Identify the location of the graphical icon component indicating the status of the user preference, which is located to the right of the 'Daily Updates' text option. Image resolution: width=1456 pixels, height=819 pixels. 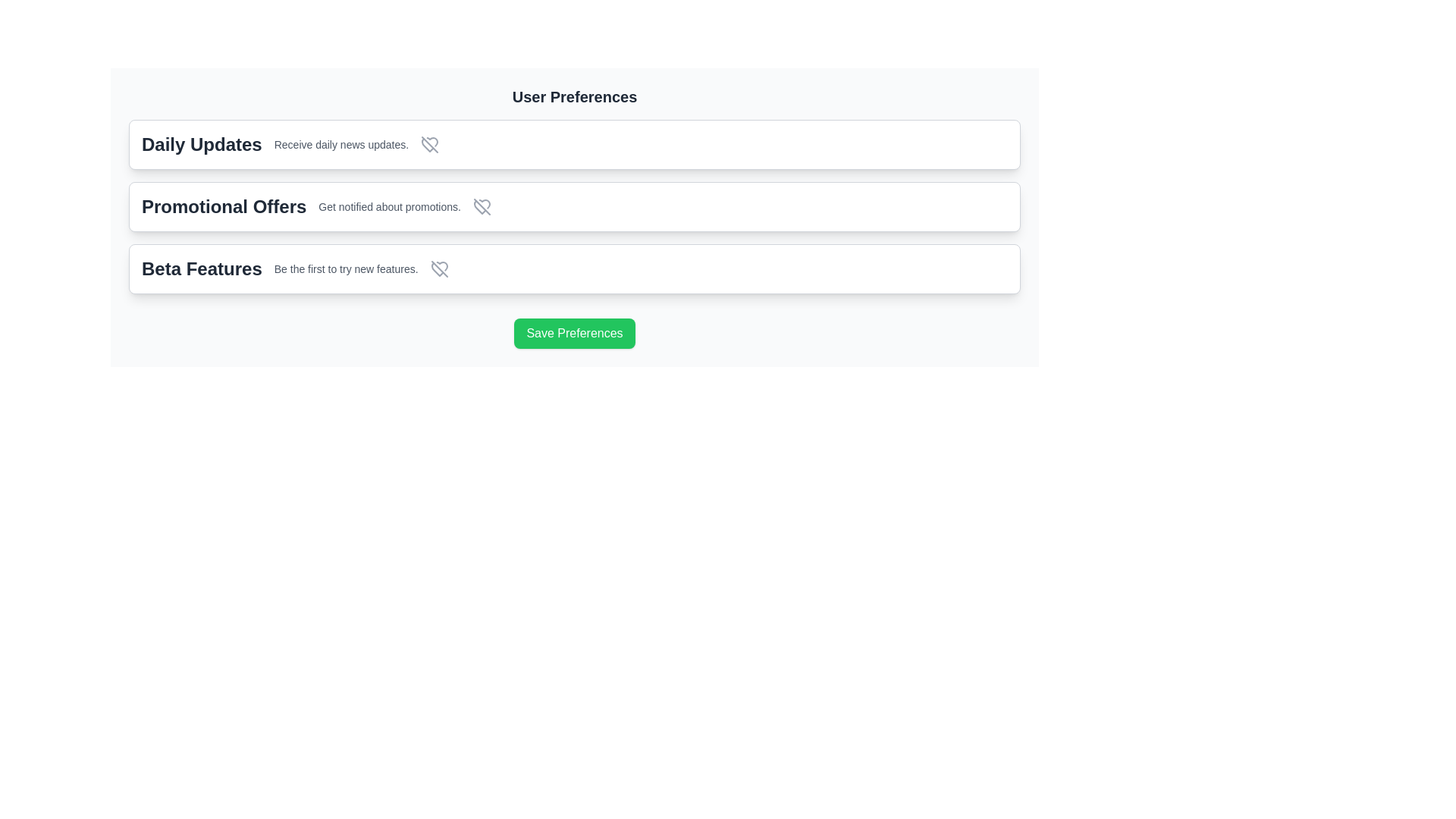
(429, 145).